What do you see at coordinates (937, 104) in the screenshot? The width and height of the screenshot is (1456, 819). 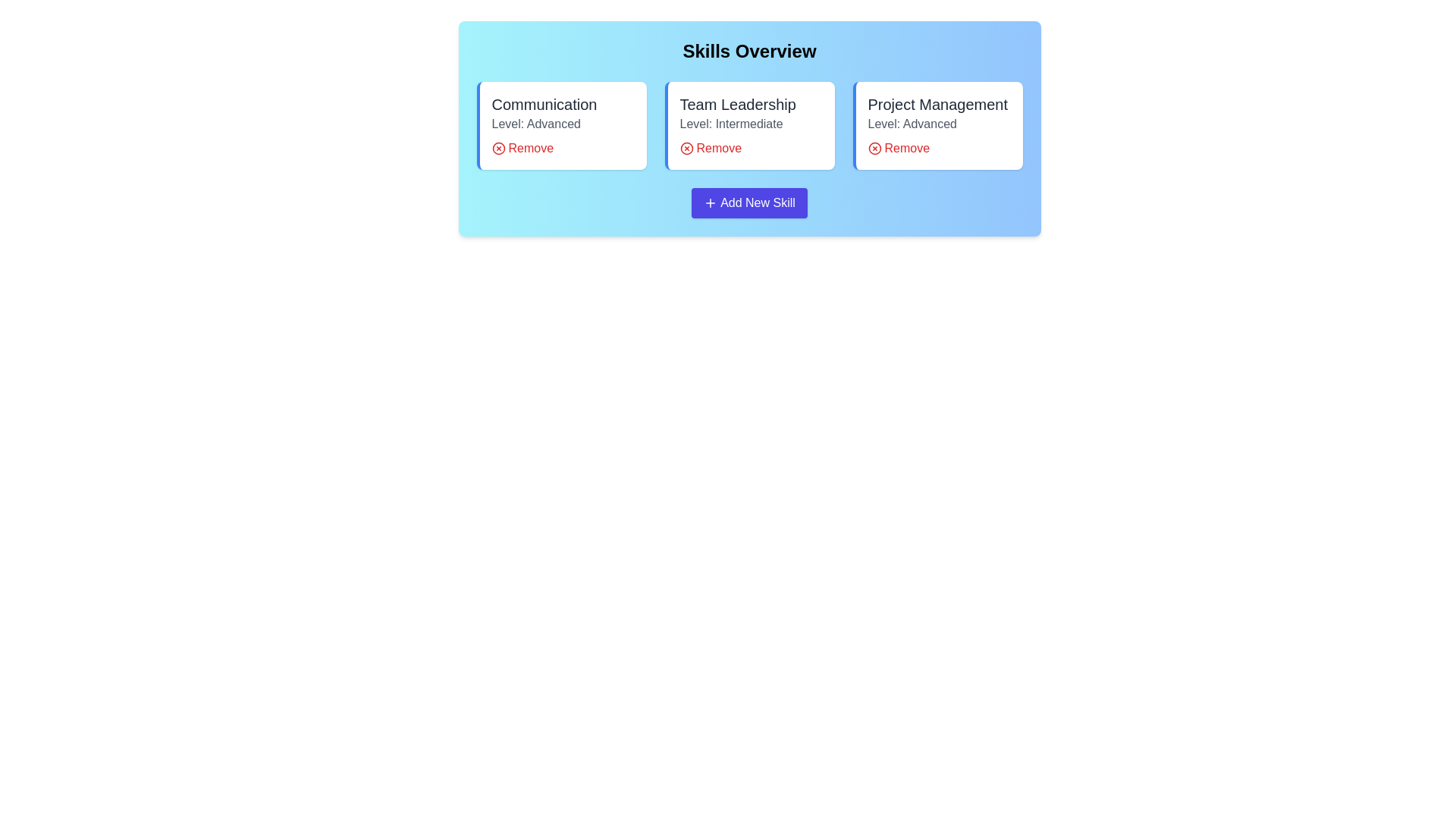 I see `the skill name text for Project Management` at bounding box center [937, 104].